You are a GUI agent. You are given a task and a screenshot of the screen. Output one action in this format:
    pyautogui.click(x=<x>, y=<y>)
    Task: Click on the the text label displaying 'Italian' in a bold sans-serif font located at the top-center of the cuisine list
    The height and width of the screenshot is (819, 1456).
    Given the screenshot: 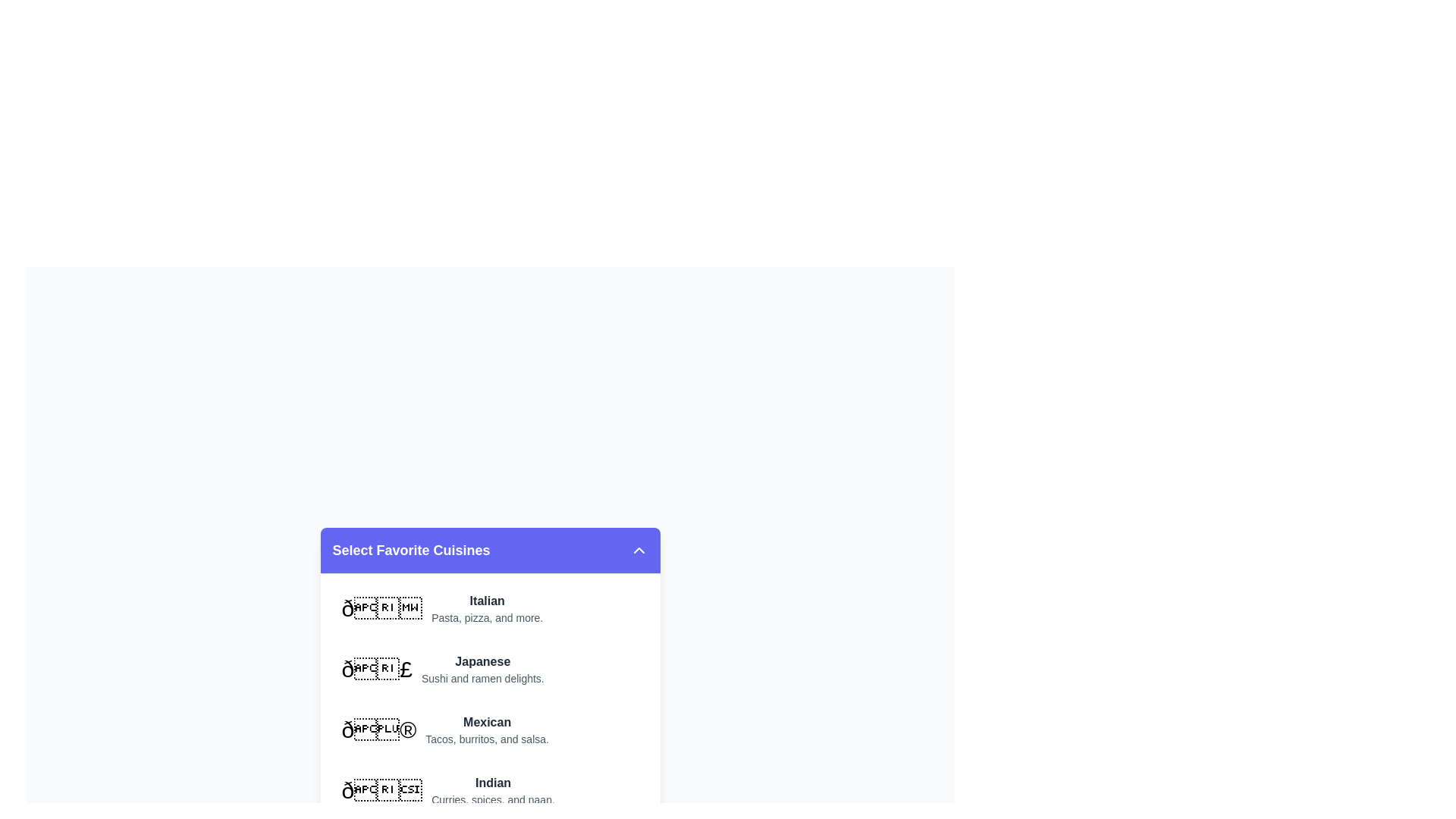 What is the action you would take?
    pyautogui.click(x=487, y=600)
    